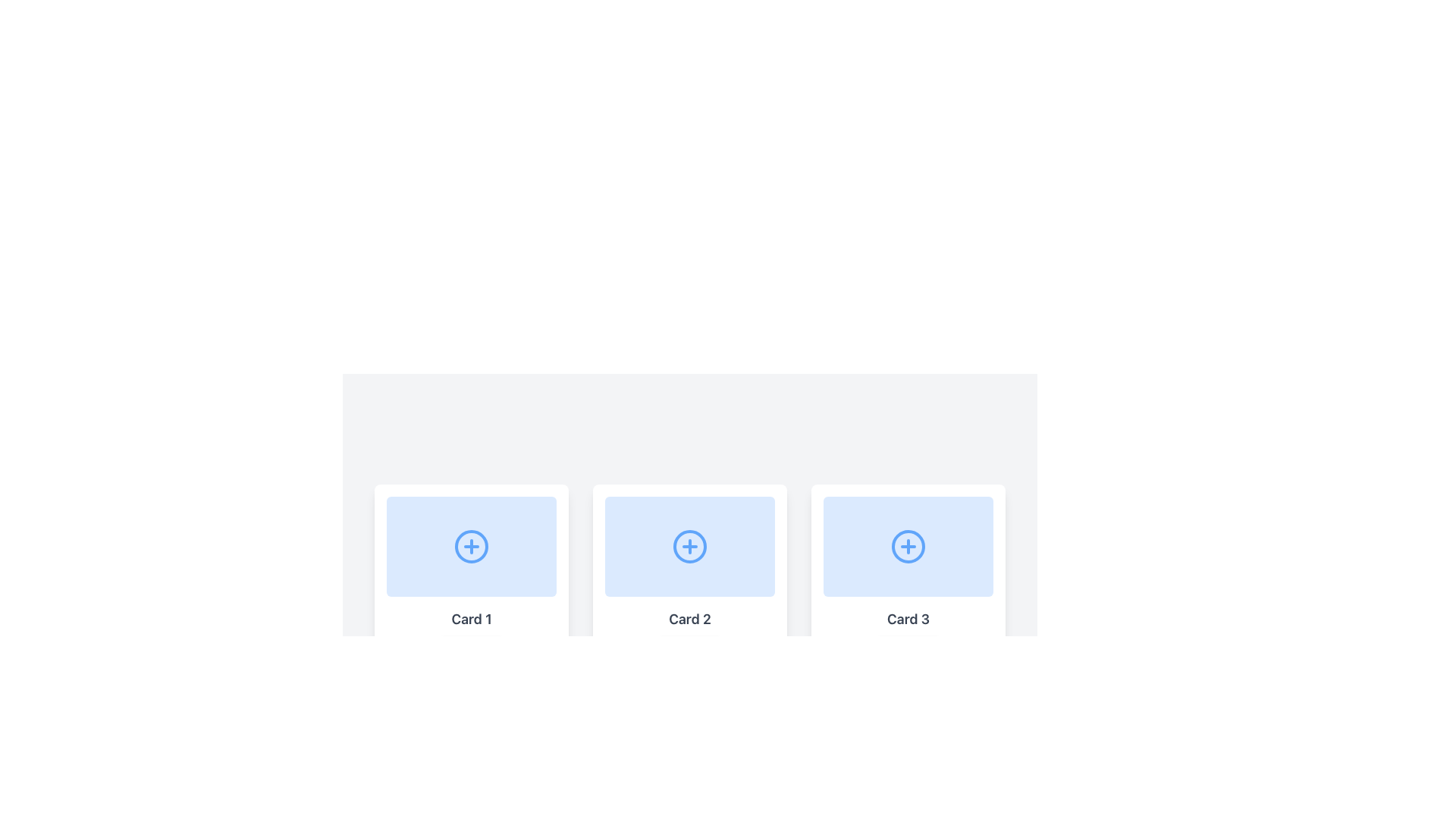 This screenshot has width=1456, height=819. I want to click on the textual label located below the center of the second card in a horizontal row of three cards, which identifies or names the associated card, so click(689, 620).